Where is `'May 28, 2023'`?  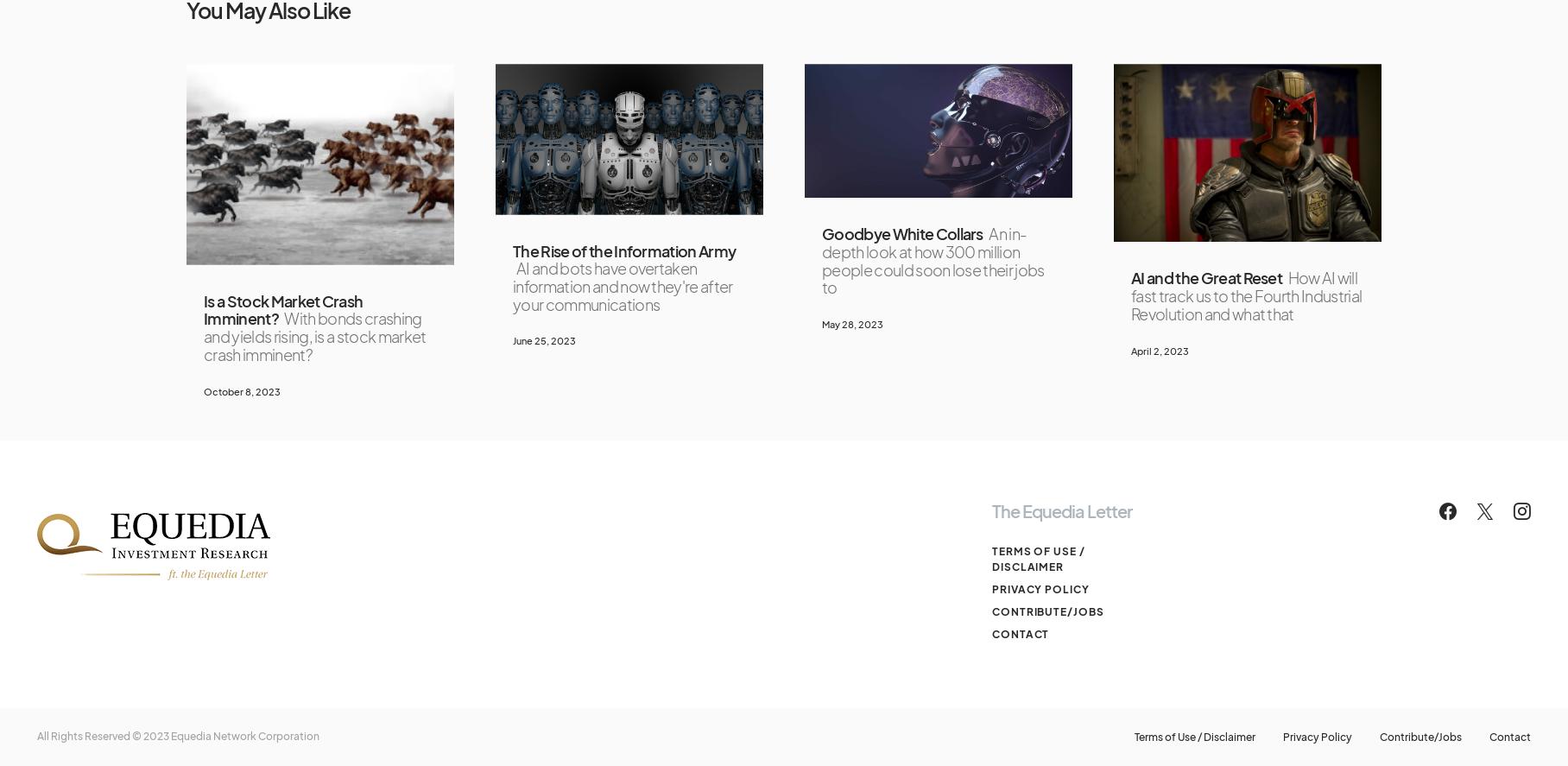 'May 28, 2023' is located at coordinates (852, 323).